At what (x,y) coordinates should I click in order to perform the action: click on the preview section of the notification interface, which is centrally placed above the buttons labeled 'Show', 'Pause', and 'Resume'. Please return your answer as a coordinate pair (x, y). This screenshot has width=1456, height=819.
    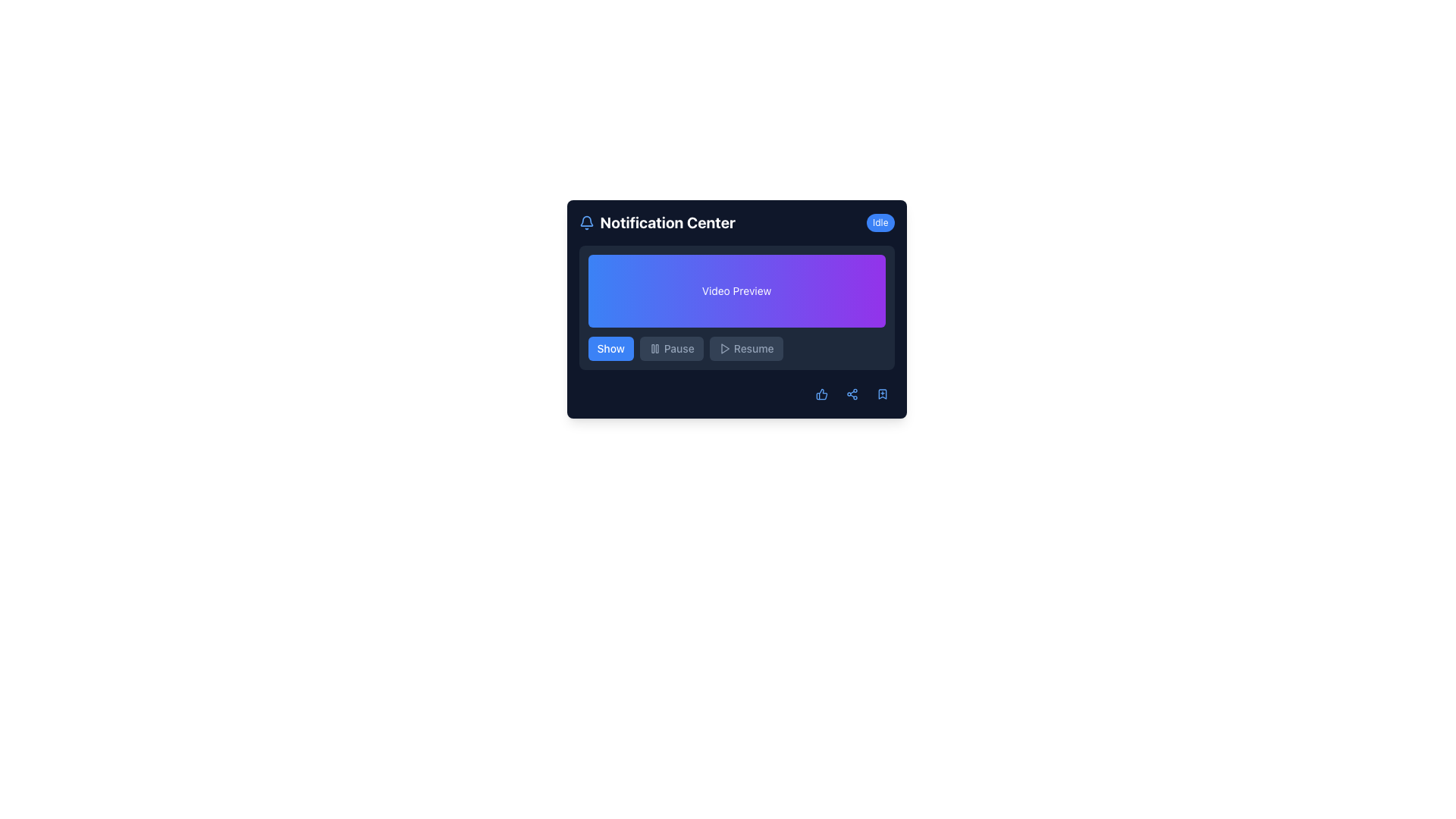
    Looking at the image, I should click on (736, 325).